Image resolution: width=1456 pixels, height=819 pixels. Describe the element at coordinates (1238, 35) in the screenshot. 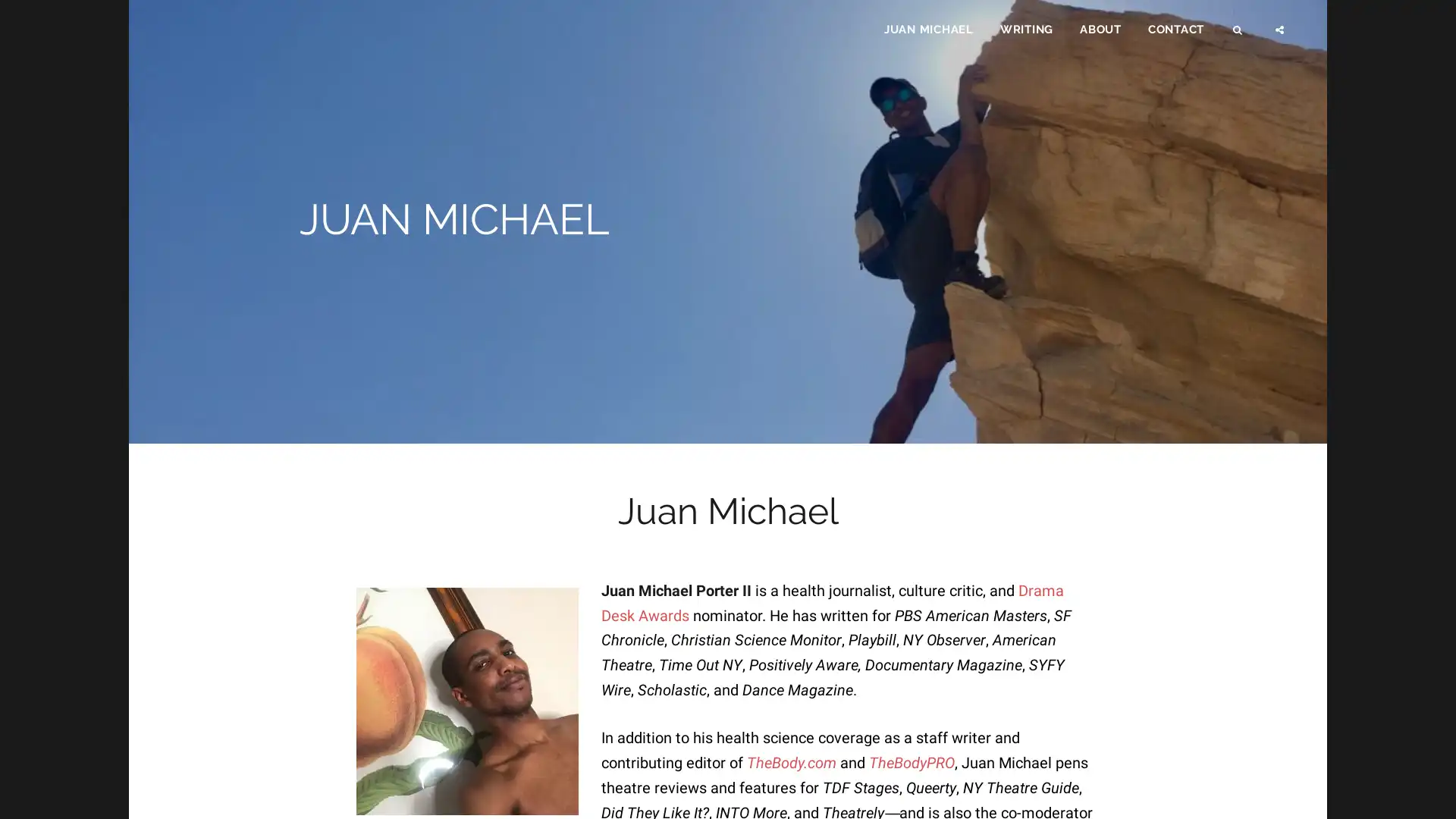

I see `SEARCH` at that location.